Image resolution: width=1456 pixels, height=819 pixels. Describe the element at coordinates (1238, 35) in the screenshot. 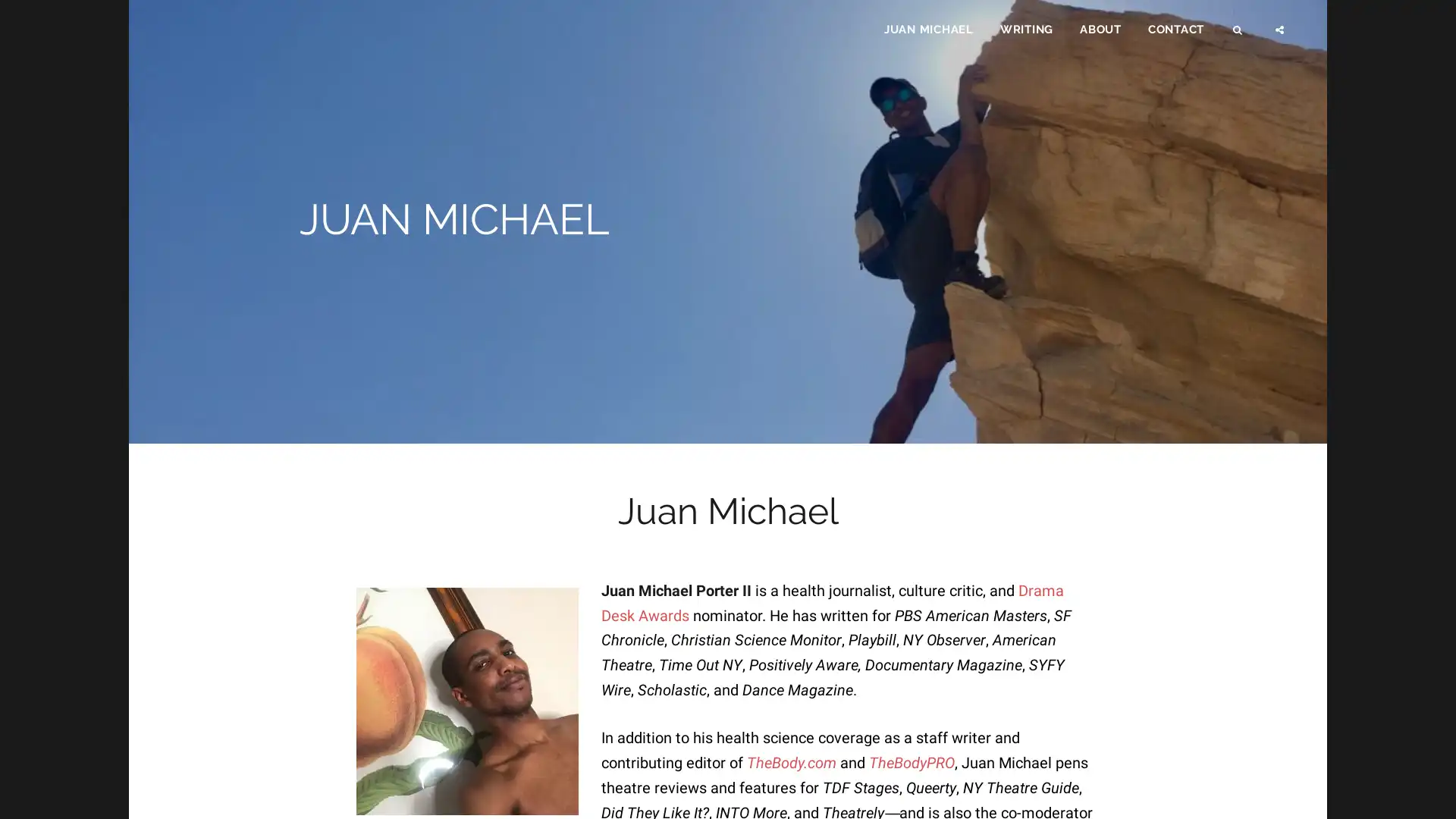

I see `SEARCH` at that location.